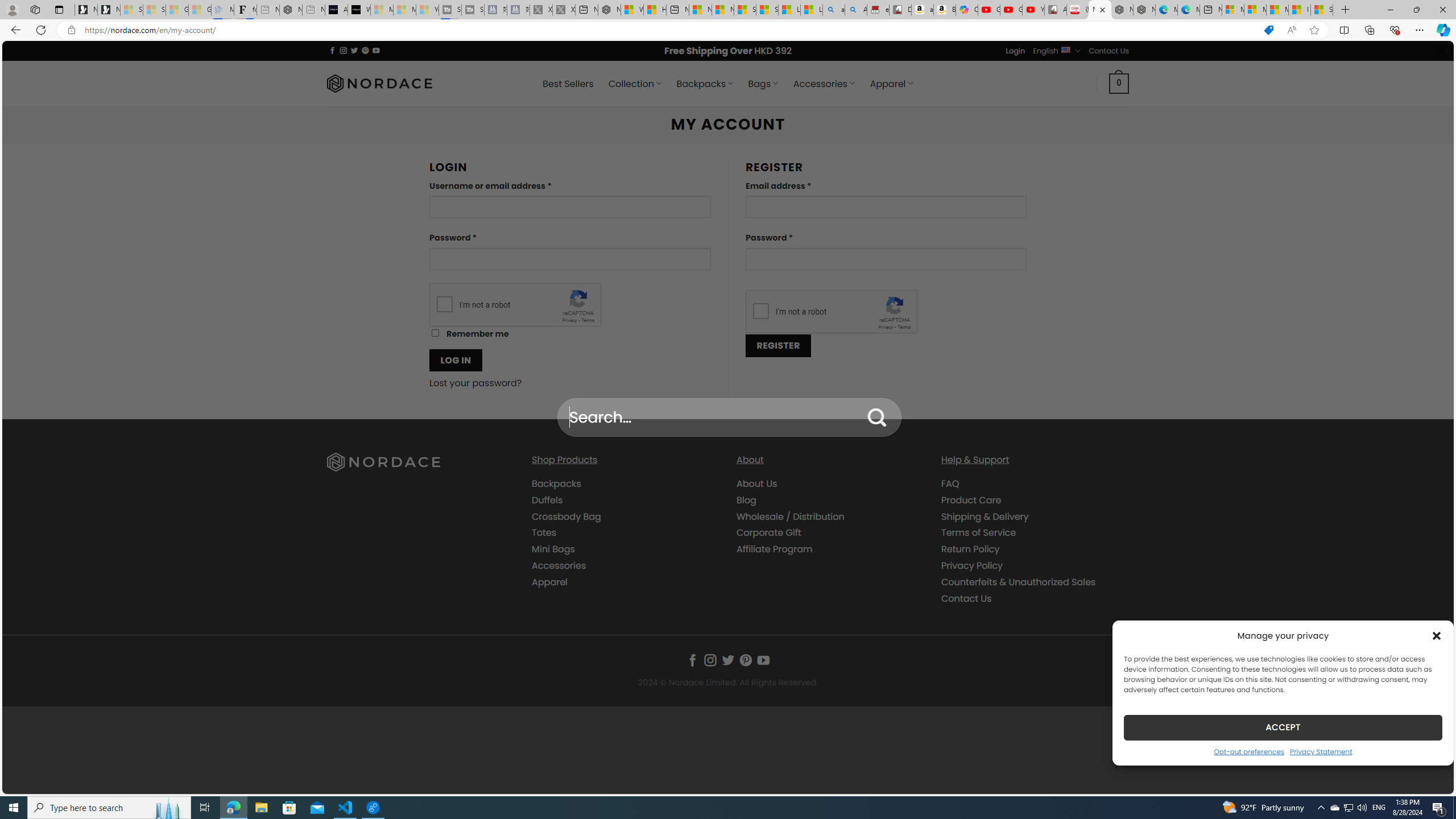  I want to click on 'Nordace - Nordace has arrived Hong Kong', so click(1144, 9).